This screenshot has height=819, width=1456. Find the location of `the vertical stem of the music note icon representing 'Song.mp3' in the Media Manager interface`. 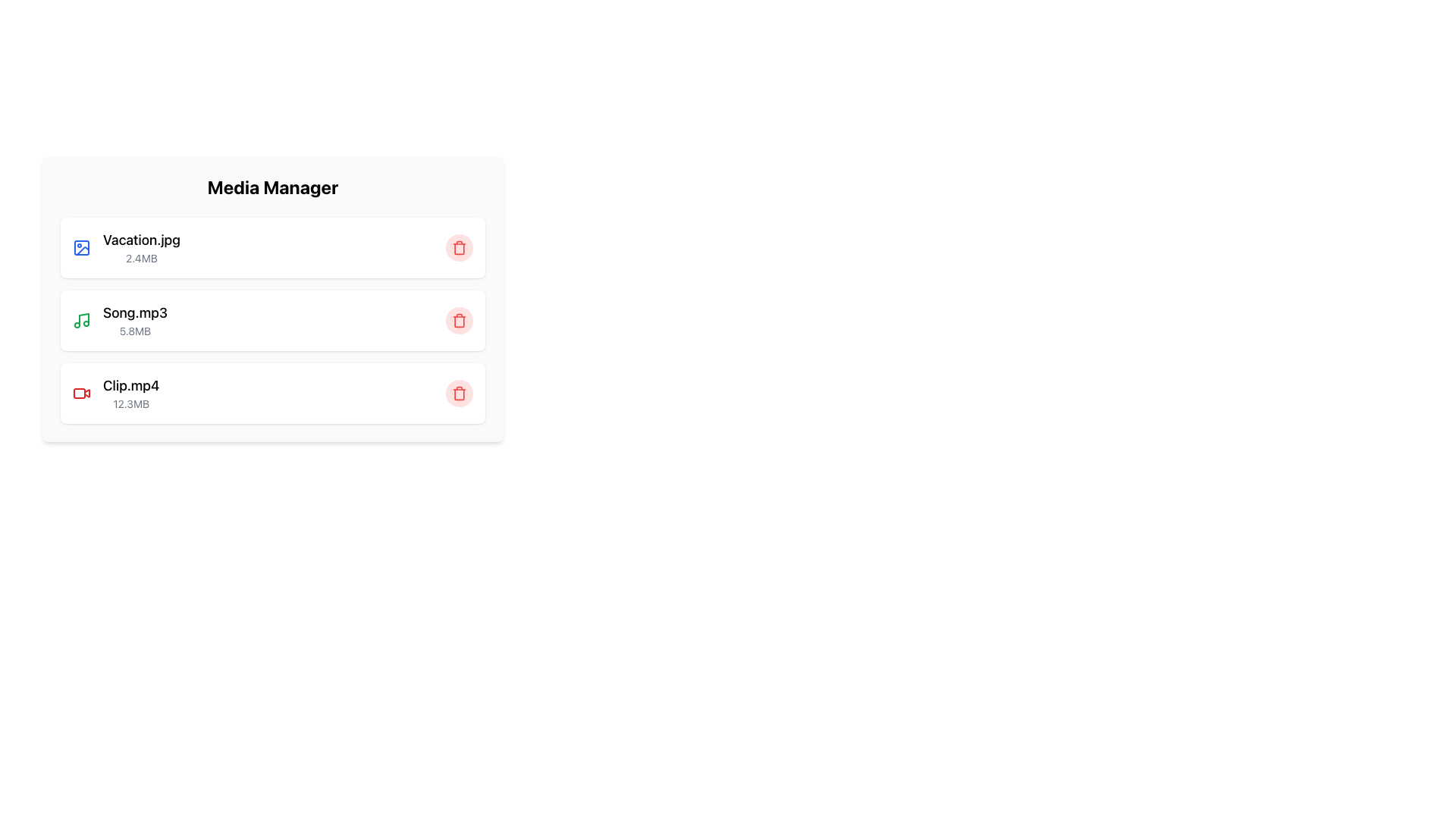

the vertical stem of the music note icon representing 'Song.mp3' in the Media Manager interface is located at coordinates (83, 318).